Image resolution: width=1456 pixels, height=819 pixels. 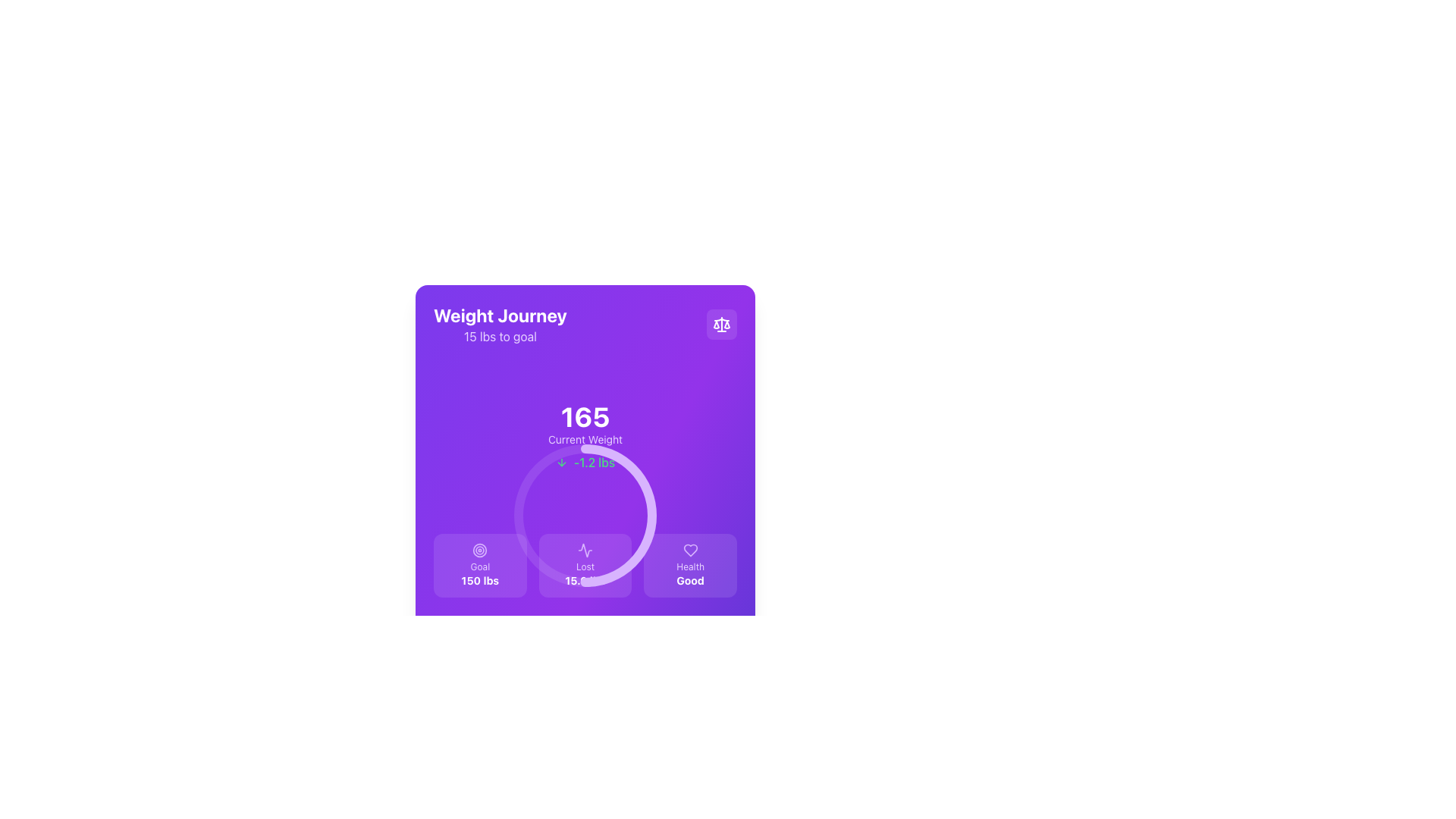 What do you see at coordinates (585, 514) in the screenshot?
I see `the progress indicated by the circular visual indicator, which is styled with a white stroke against a purple background and is centrally located beneath the title '165'` at bounding box center [585, 514].